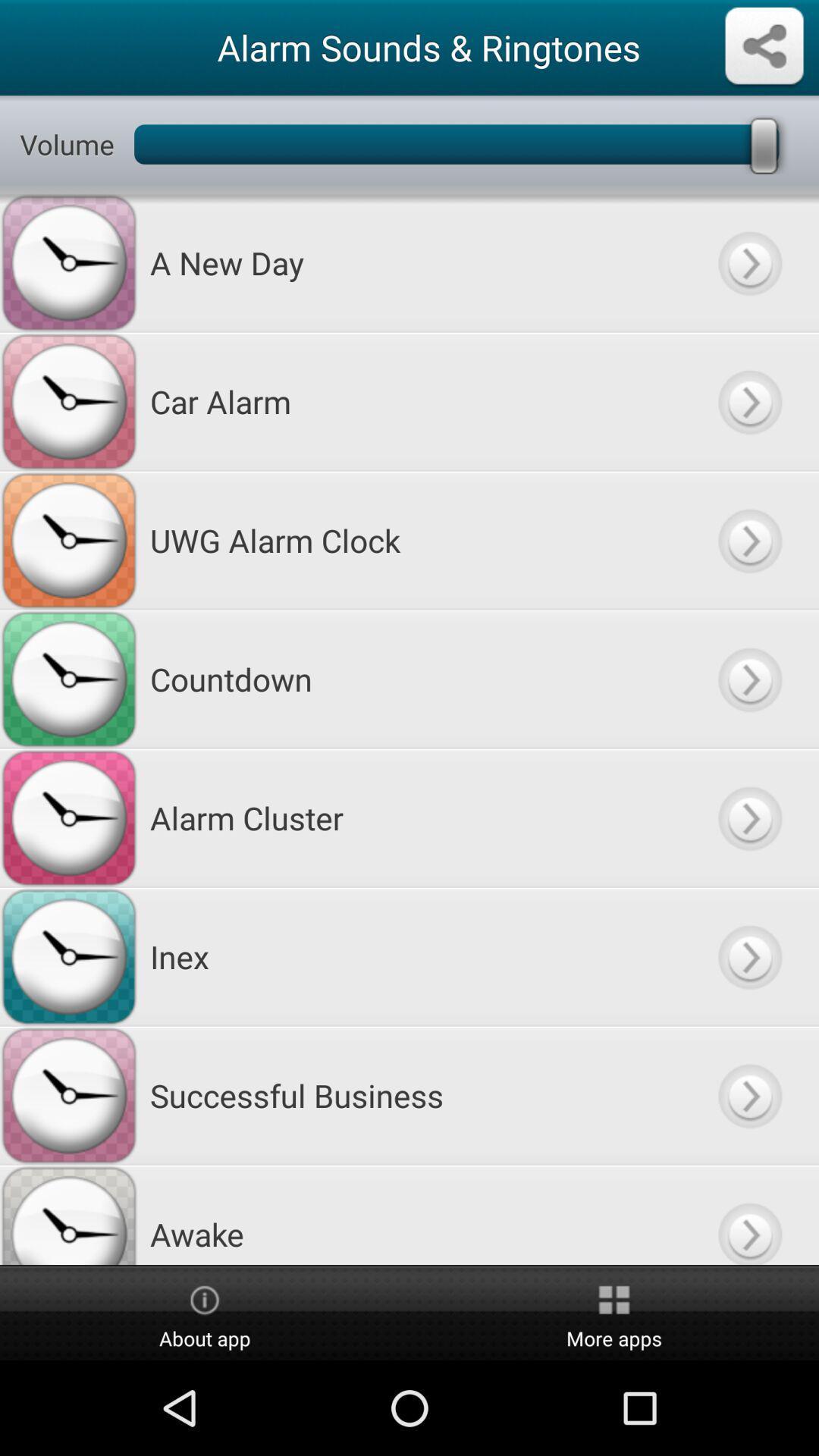 This screenshot has height=1456, width=819. I want to click on share, so click(764, 47).